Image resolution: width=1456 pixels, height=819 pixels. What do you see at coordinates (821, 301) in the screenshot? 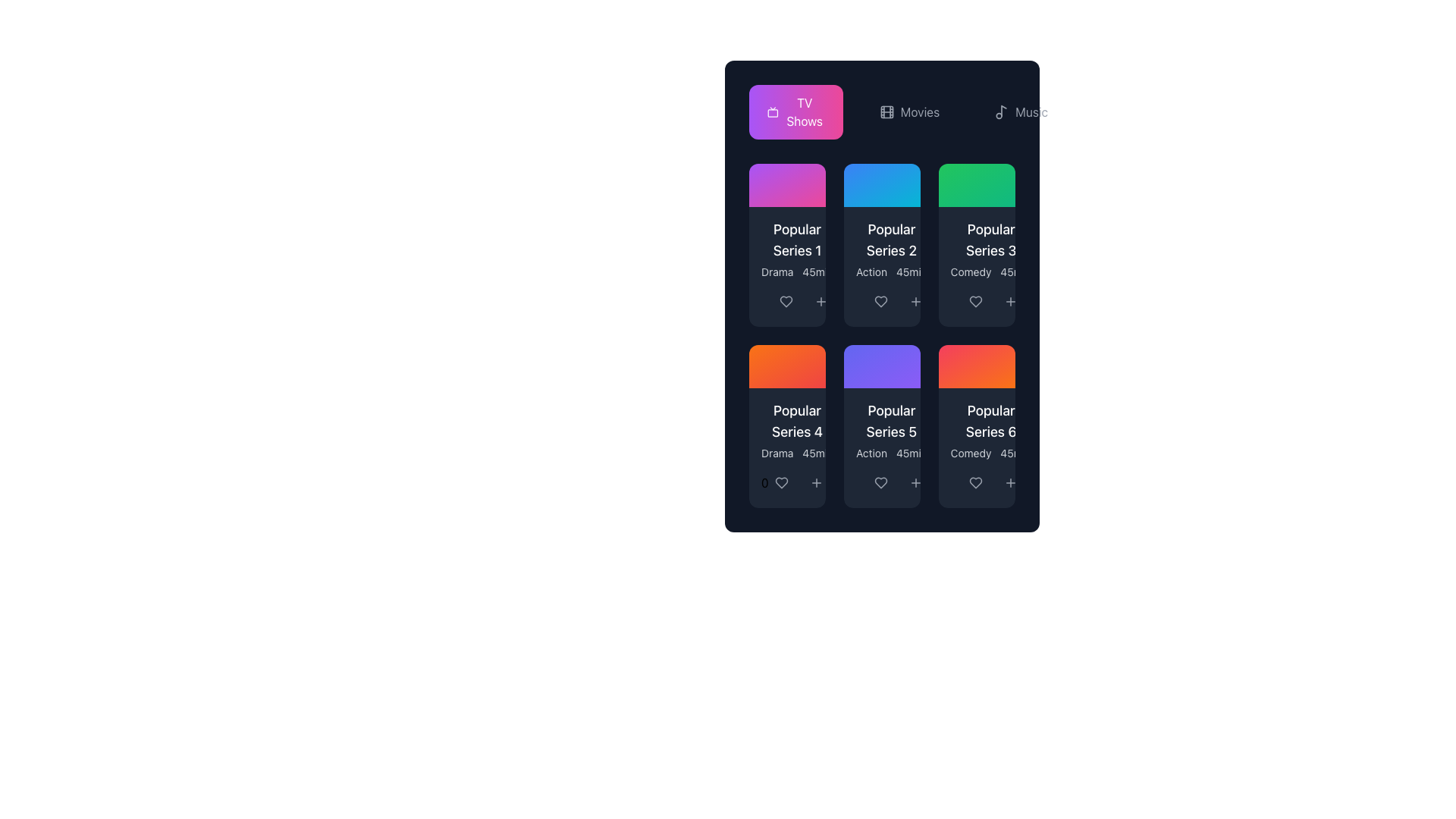
I see `the add button located in the bottom right area of the 'Popular Series 1' card` at bounding box center [821, 301].